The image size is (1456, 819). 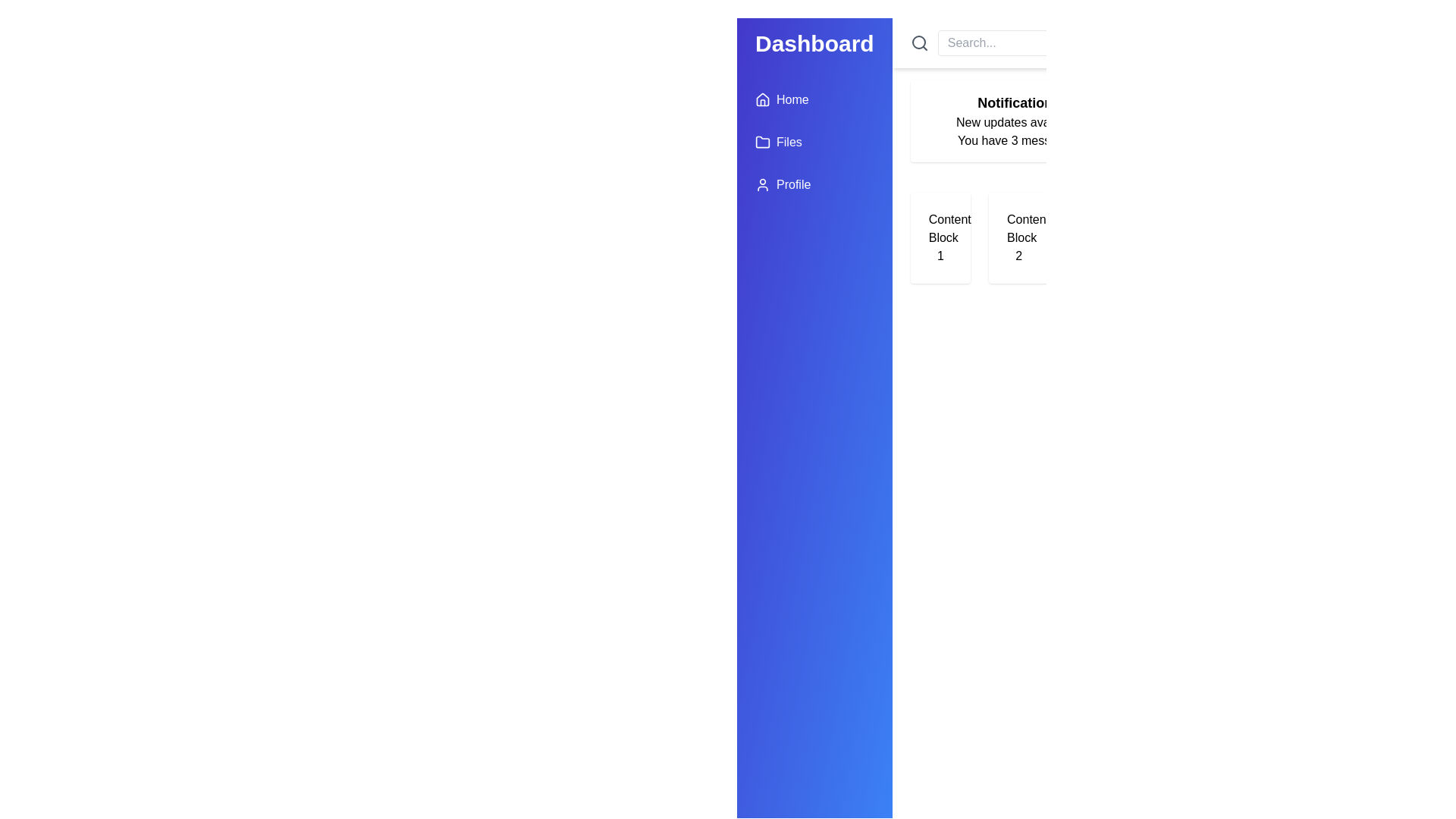 I want to click on the Content Block with centered black text 'Content Block 1', so click(x=940, y=237).